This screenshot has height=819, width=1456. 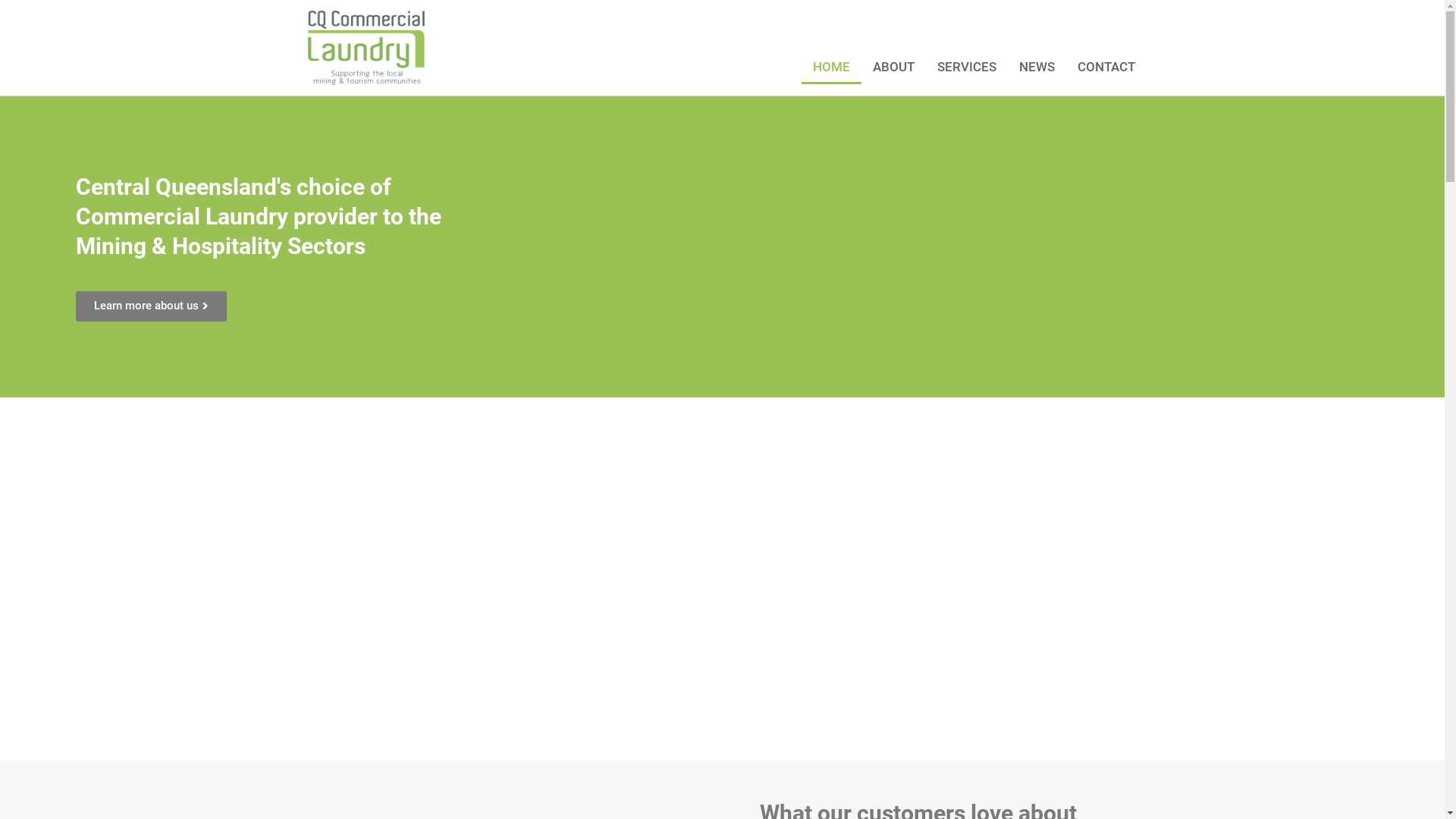 What do you see at coordinates (1036, 66) in the screenshot?
I see `'NEWS'` at bounding box center [1036, 66].